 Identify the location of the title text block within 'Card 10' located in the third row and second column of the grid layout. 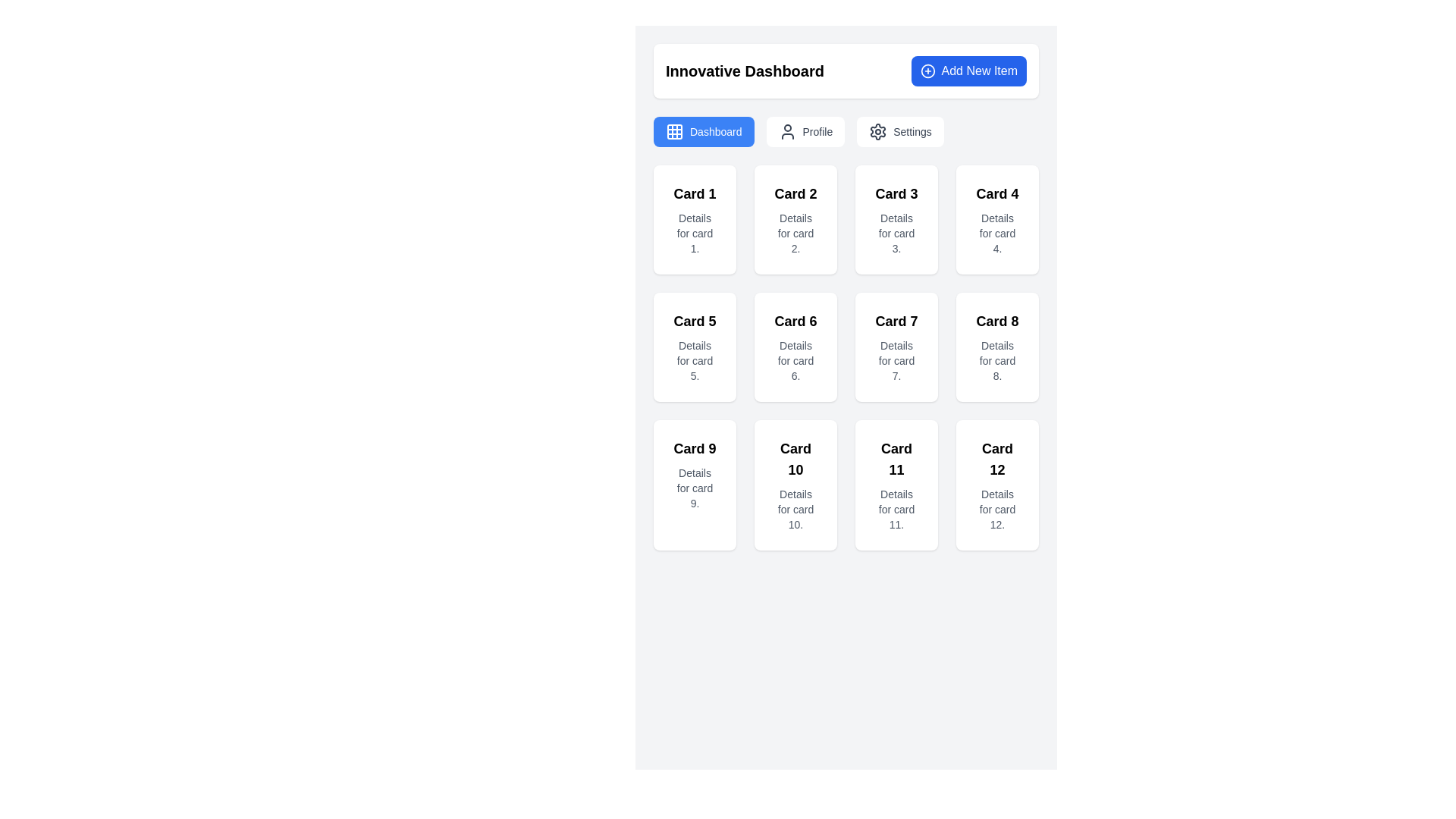
(795, 458).